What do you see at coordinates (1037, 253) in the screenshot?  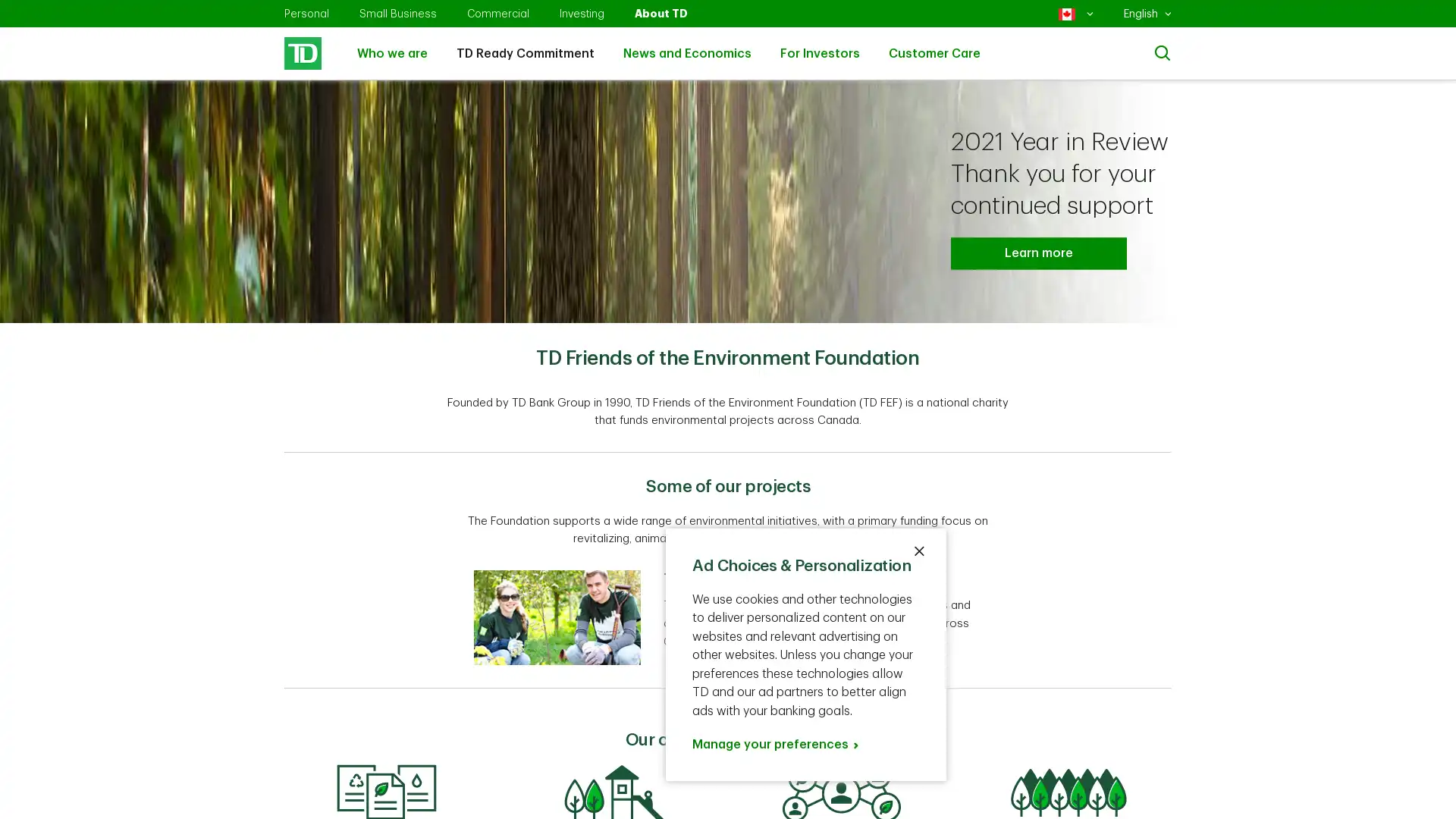 I see `Learn more` at bounding box center [1037, 253].